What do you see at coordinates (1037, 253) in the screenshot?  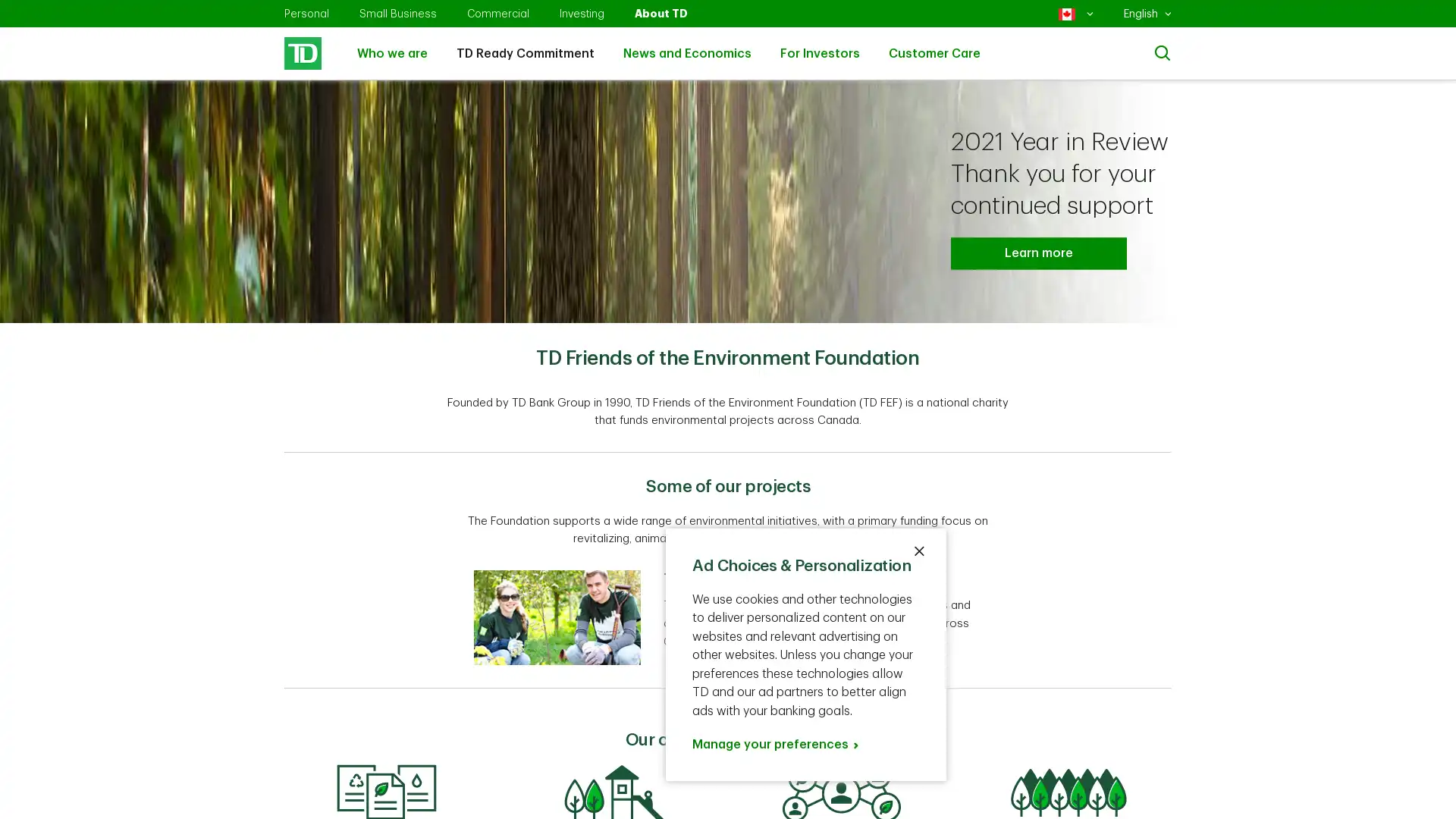 I see `Learn more` at bounding box center [1037, 253].